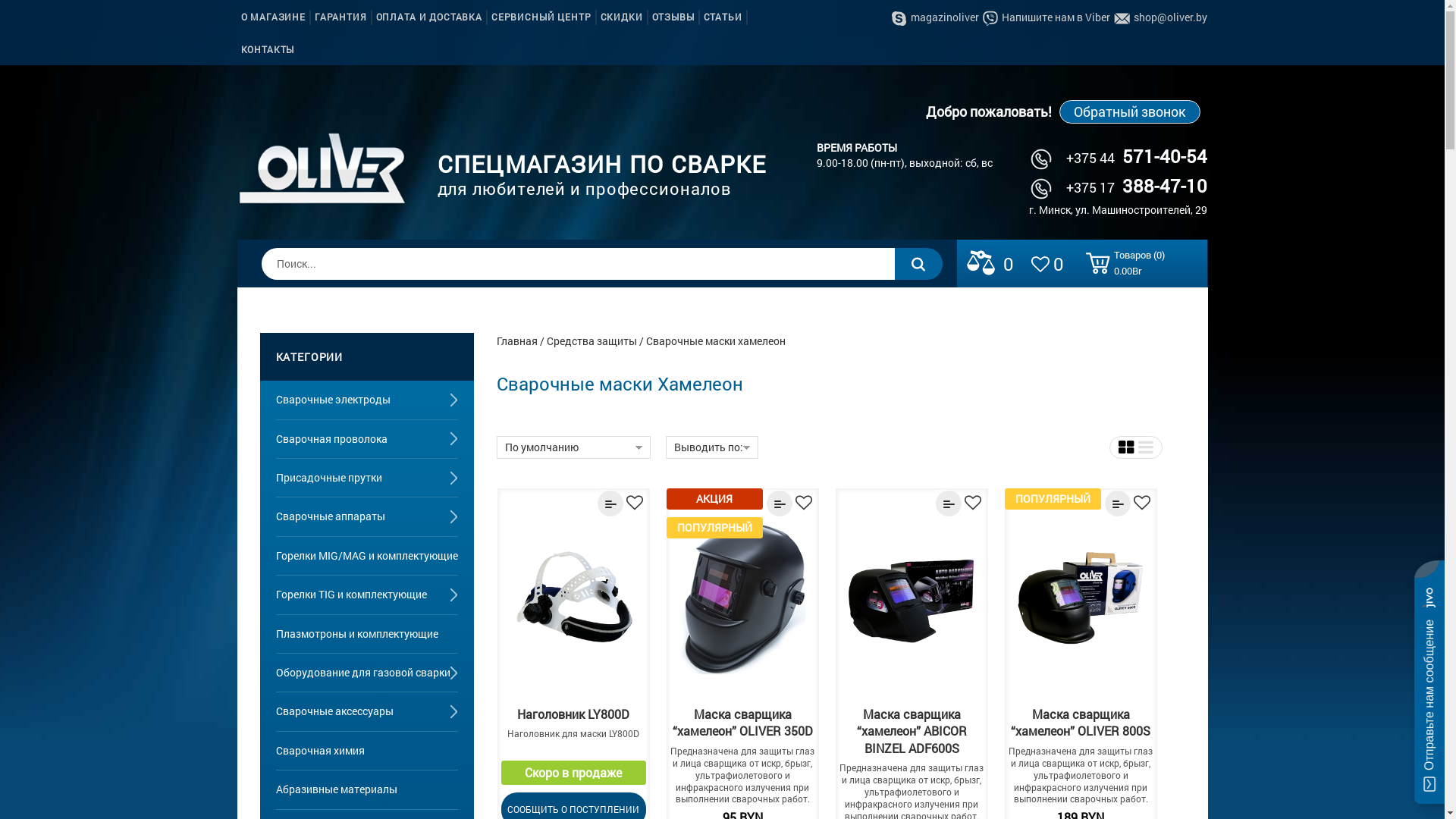 This screenshot has height=819, width=1456. I want to click on '+375 44571-40-54', so click(1119, 158).